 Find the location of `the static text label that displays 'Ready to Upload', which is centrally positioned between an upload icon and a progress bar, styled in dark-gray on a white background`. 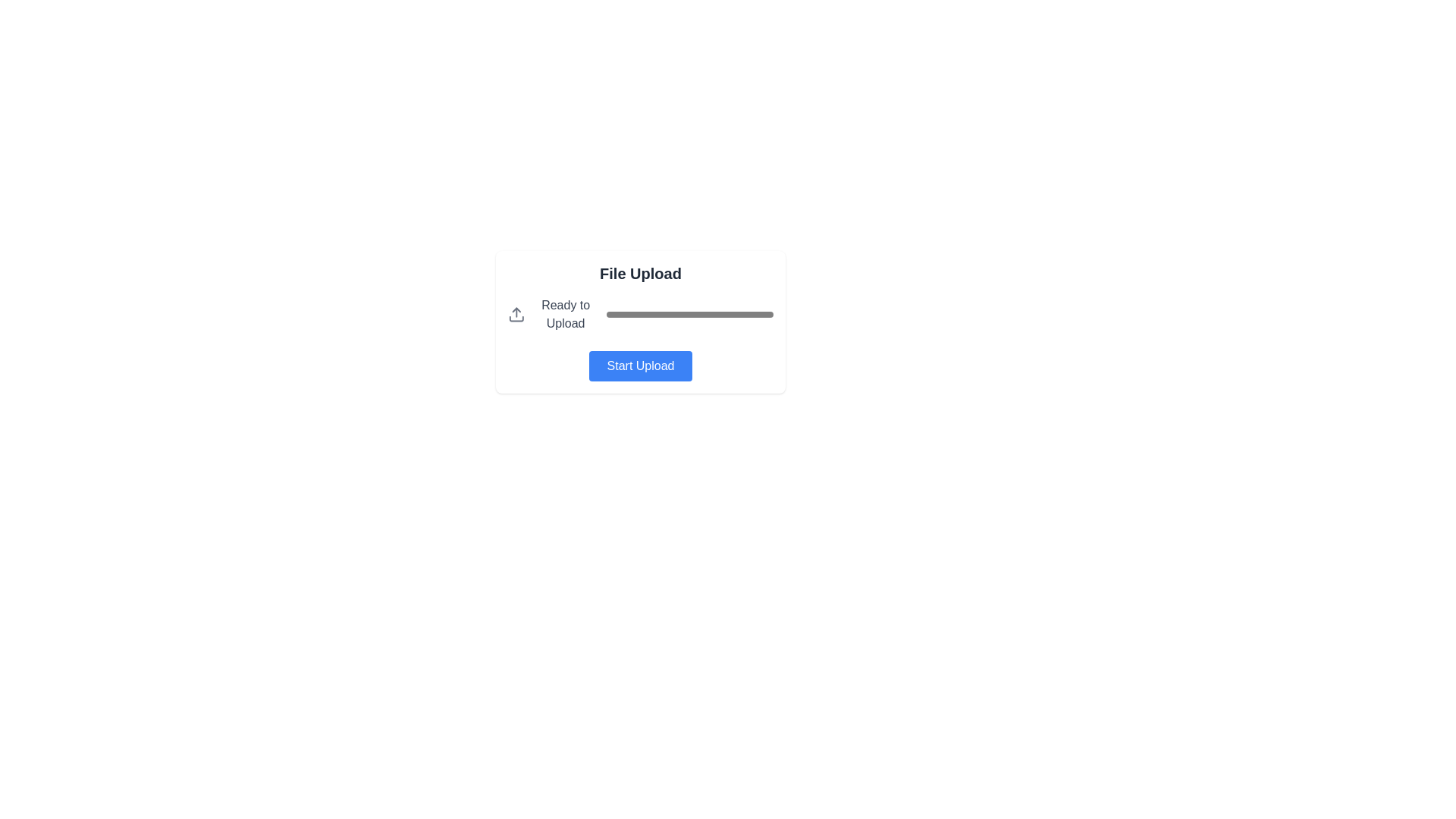

the static text label that displays 'Ready to Upload', which is centrally positioned between an upload icon and a progress bar, styled in dark-gray on a white background is located at coordinates (565, 314).